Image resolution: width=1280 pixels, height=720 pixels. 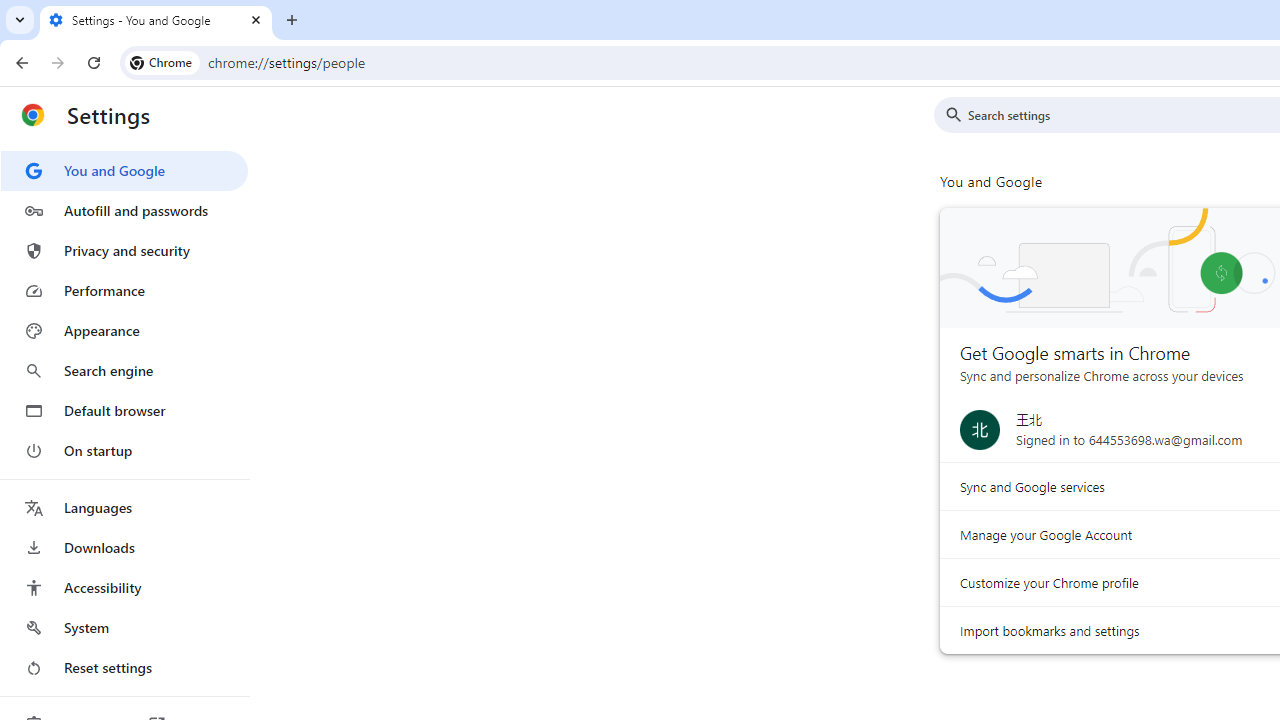 What do you see at coordinates (123, 371) in the screenshot?
I see `'Search engine'` at bounding box center [123, 371].